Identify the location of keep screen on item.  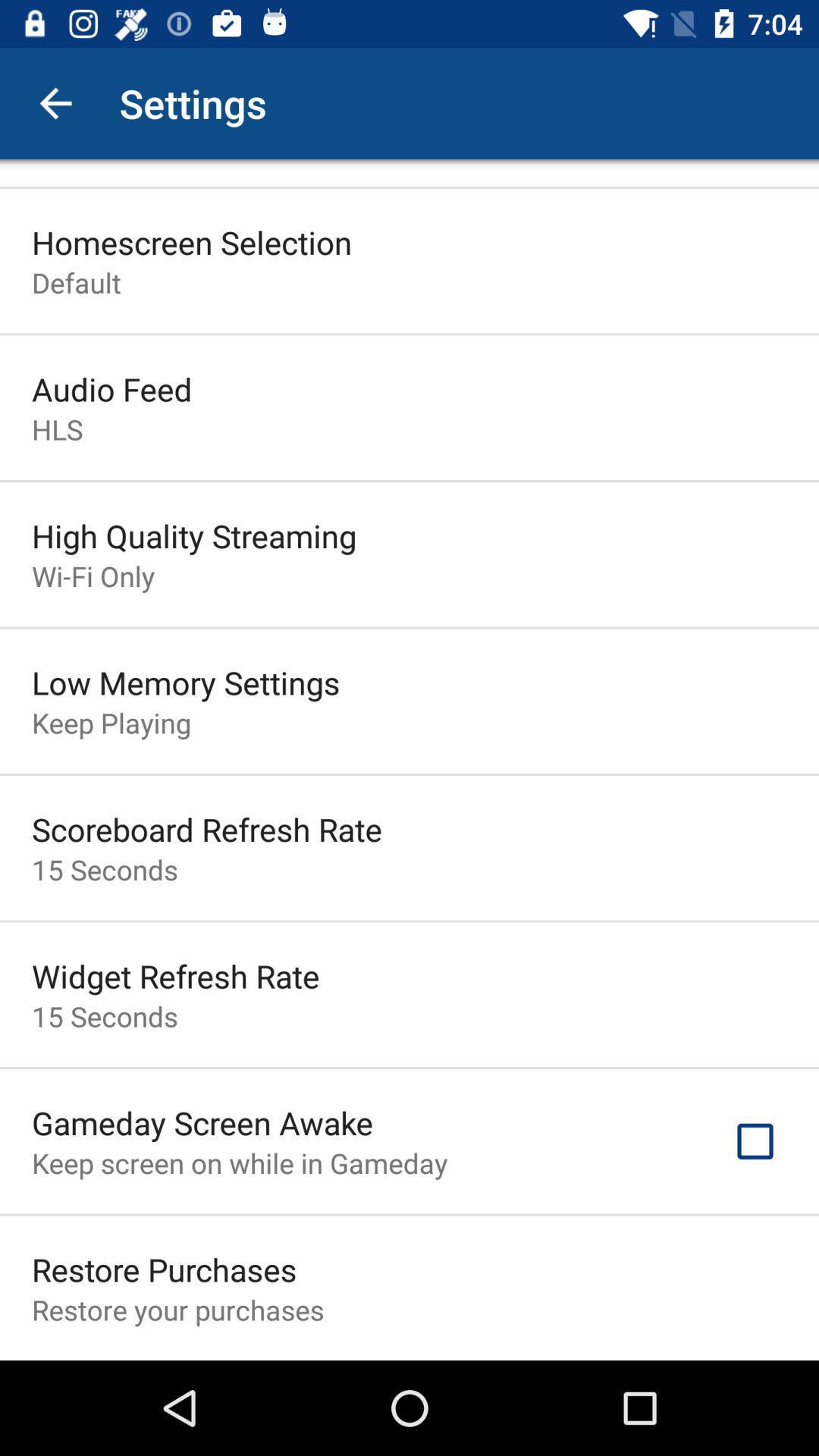
(239, 1162).